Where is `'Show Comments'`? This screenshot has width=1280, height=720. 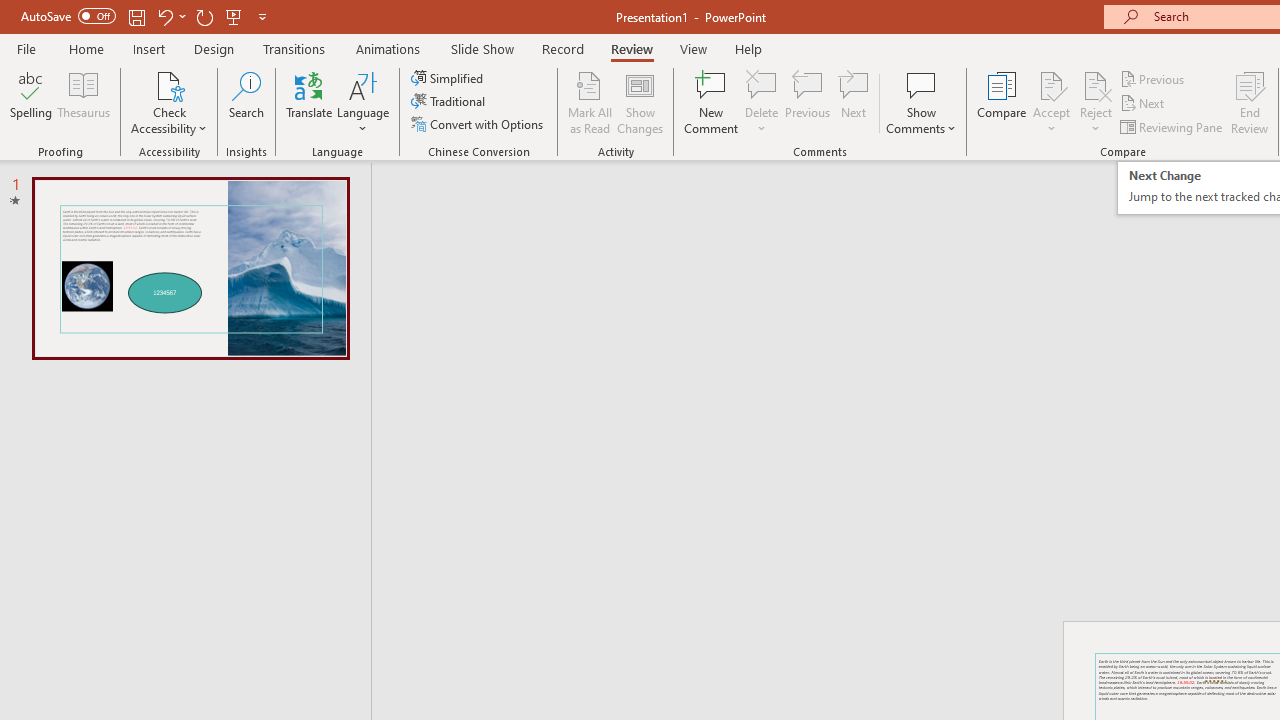
'Show Comments' is located at coordinates (920, 103).